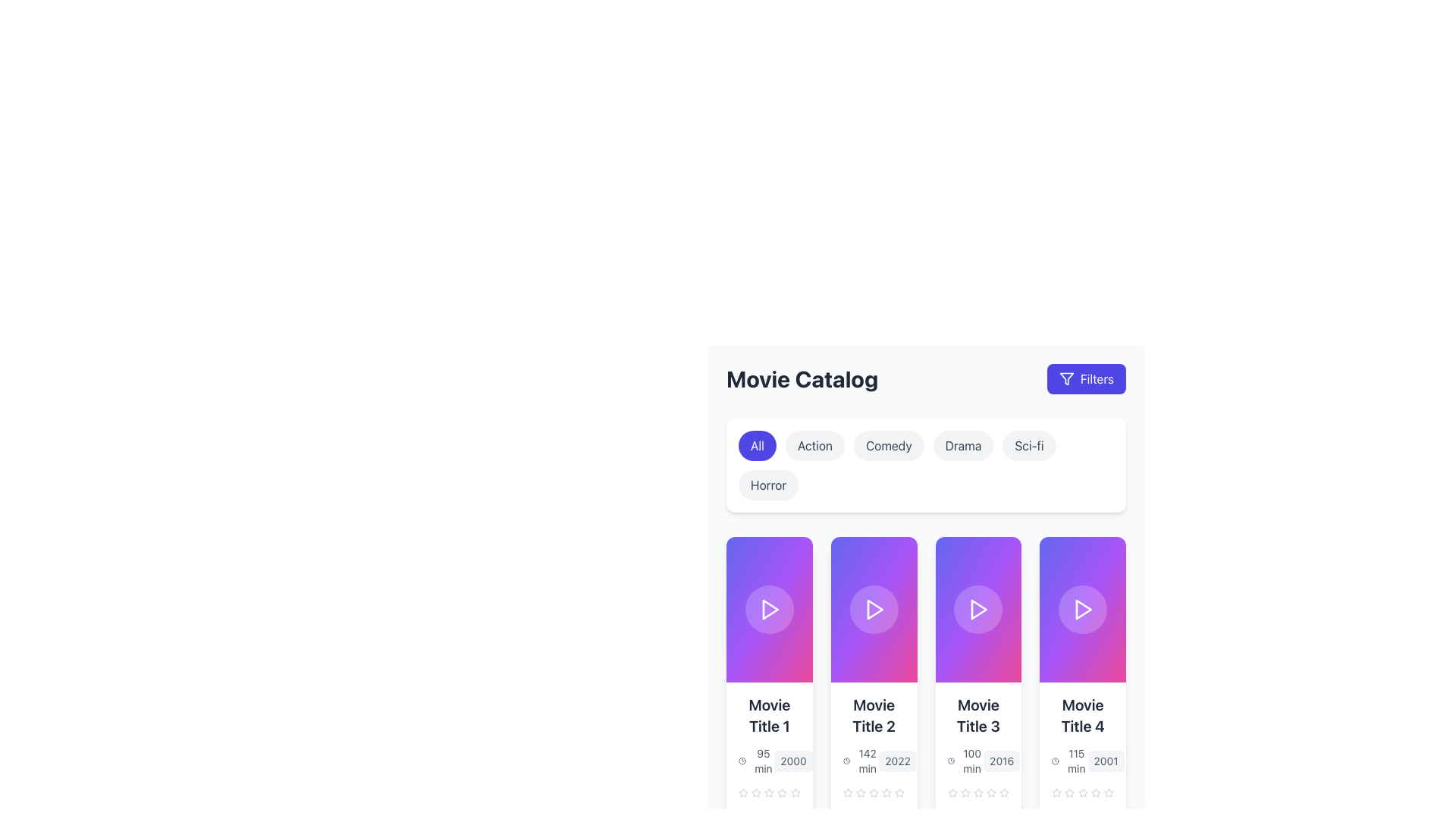 The image size is (1456, 819). What do you see at coordinates (743, 792) in the screenshot?
I see `the first star icon below 'Movie Title 1' to rate the movie` at bounding box center [743, 792].